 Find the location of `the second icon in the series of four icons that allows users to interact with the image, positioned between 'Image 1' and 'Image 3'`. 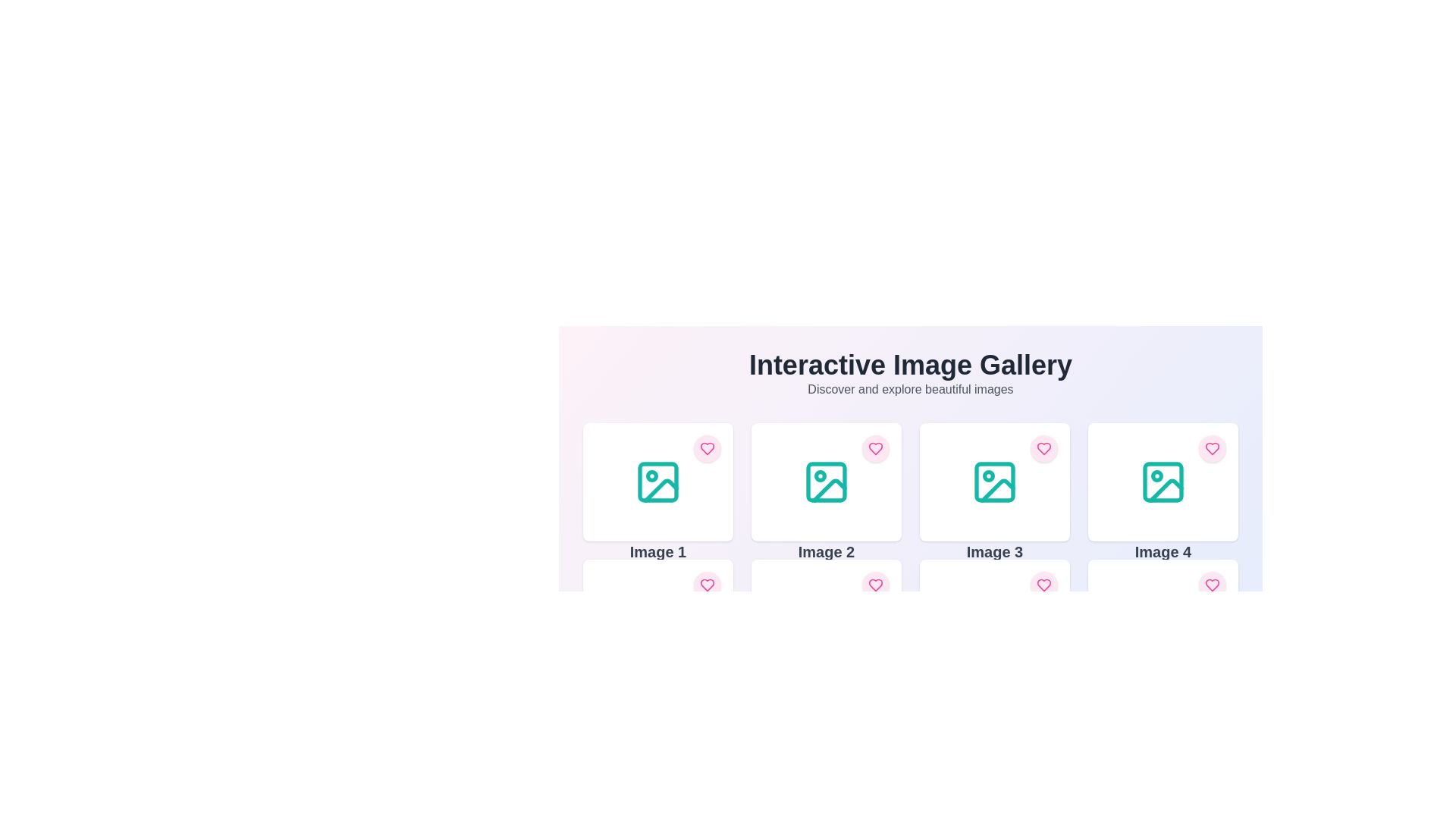

the second icon in the series of four icons that allows users to interact with the image, positioned between 'Image 1' and 'Image 3' is located at coordinates (825, 482).